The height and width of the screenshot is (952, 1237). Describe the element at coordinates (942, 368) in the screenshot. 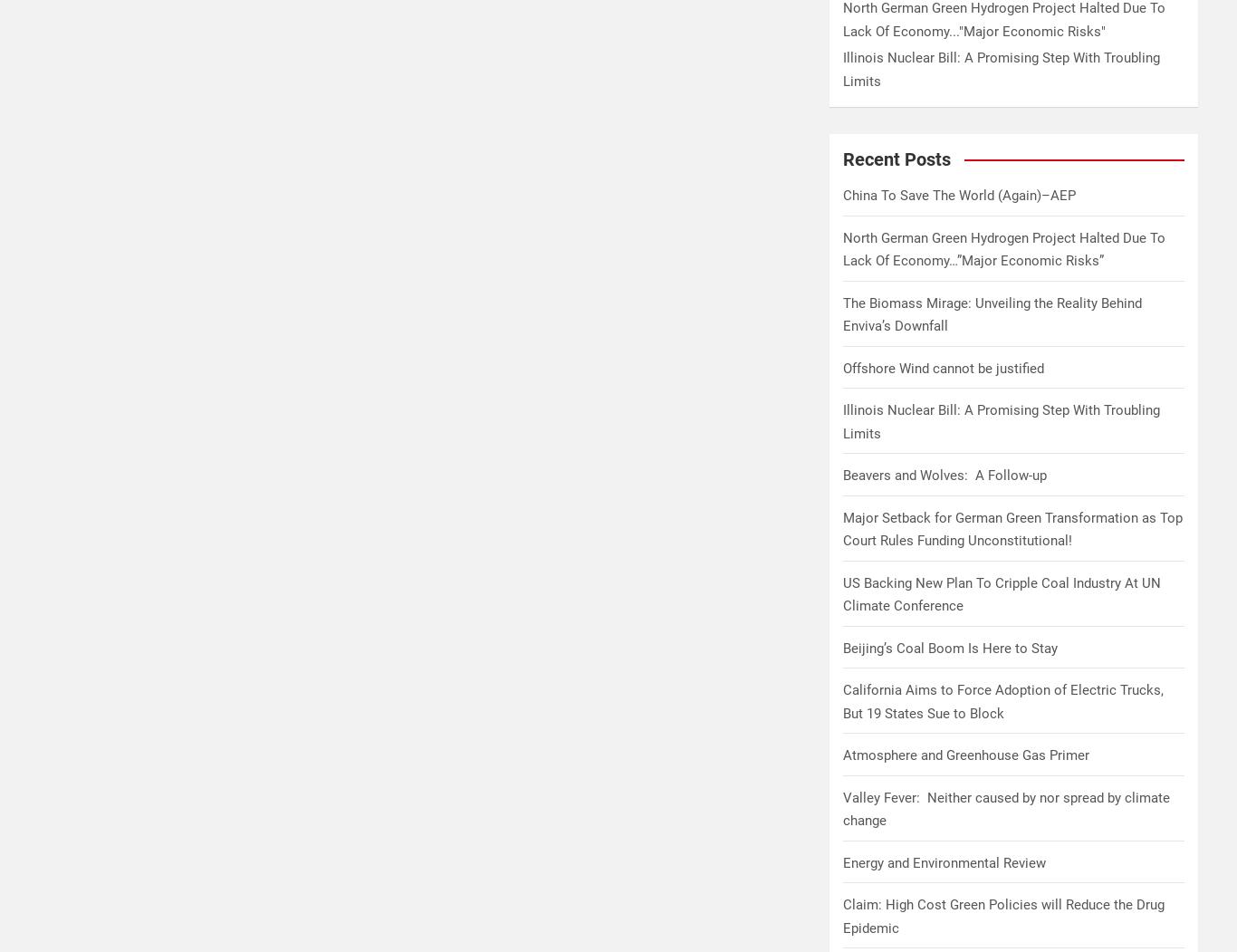

I see `'Offshore Wind cannot be justified'` at that location.